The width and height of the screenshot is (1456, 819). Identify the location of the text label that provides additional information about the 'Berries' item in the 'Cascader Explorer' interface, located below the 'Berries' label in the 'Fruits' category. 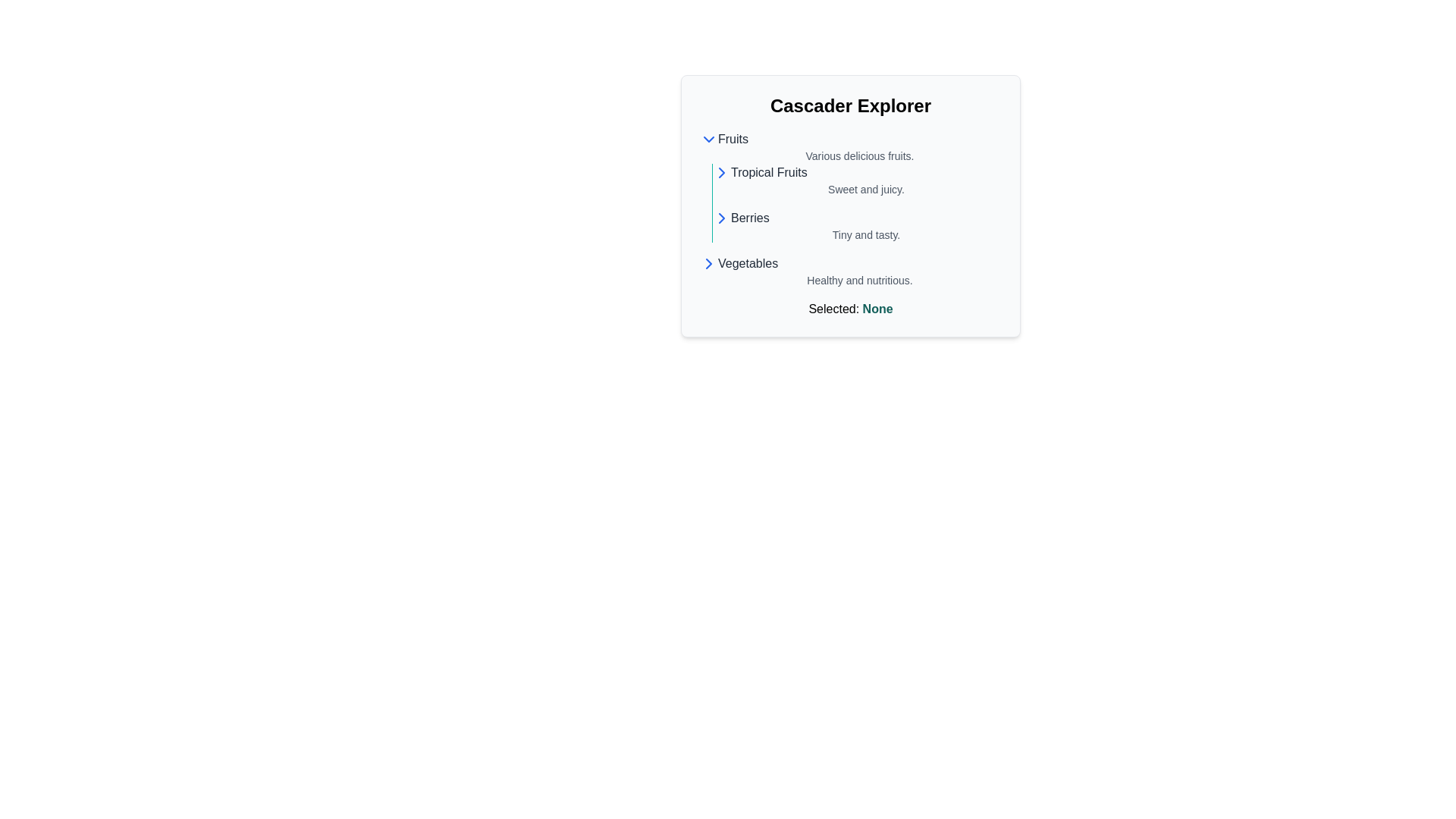
(866, 234).